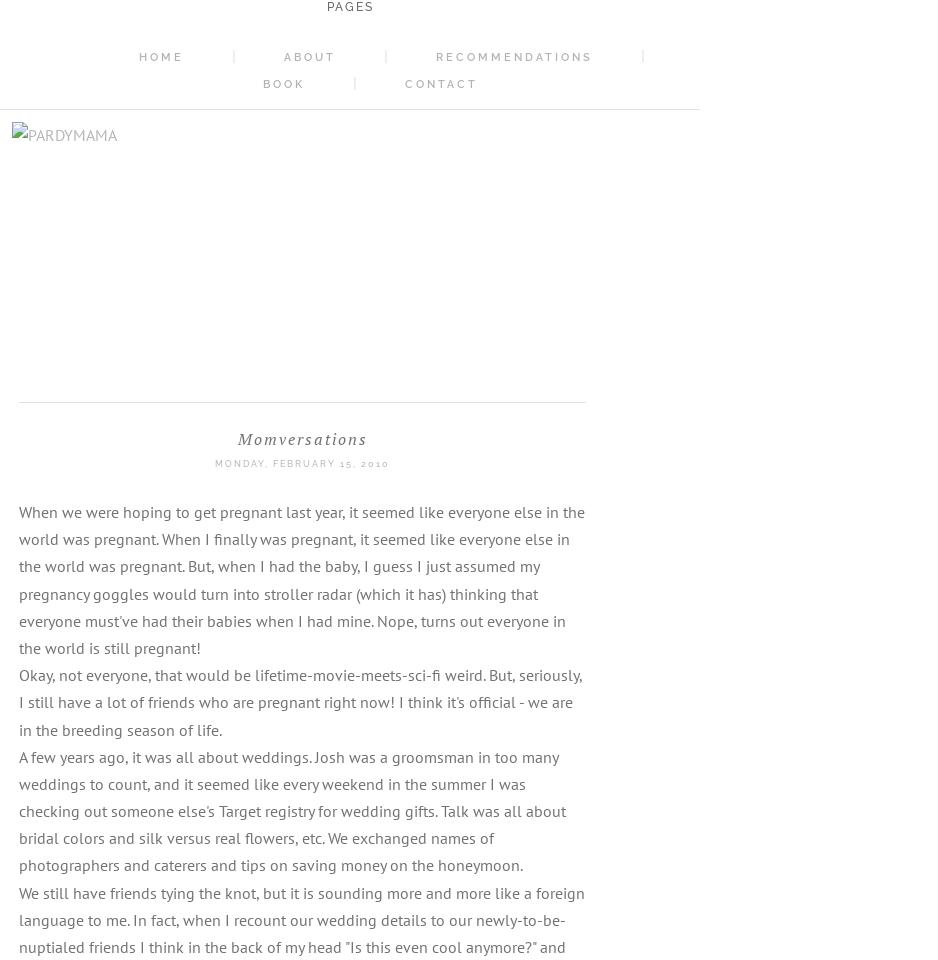  Describe the element at coordinates (349, 6) in the screenshot. I see `'Pages'` at that location.